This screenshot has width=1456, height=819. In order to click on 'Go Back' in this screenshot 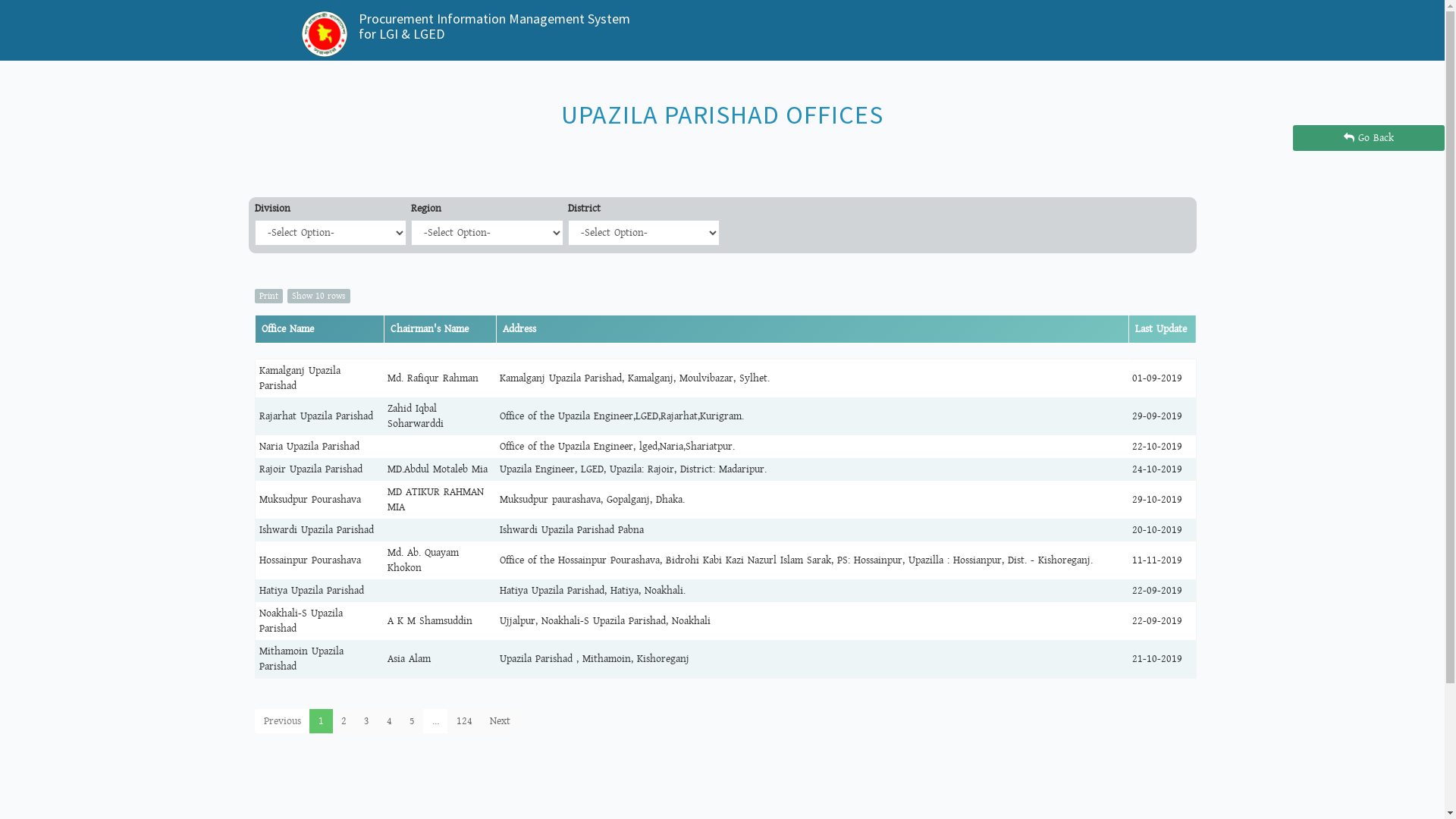, I will do `click(1368, 137)`.